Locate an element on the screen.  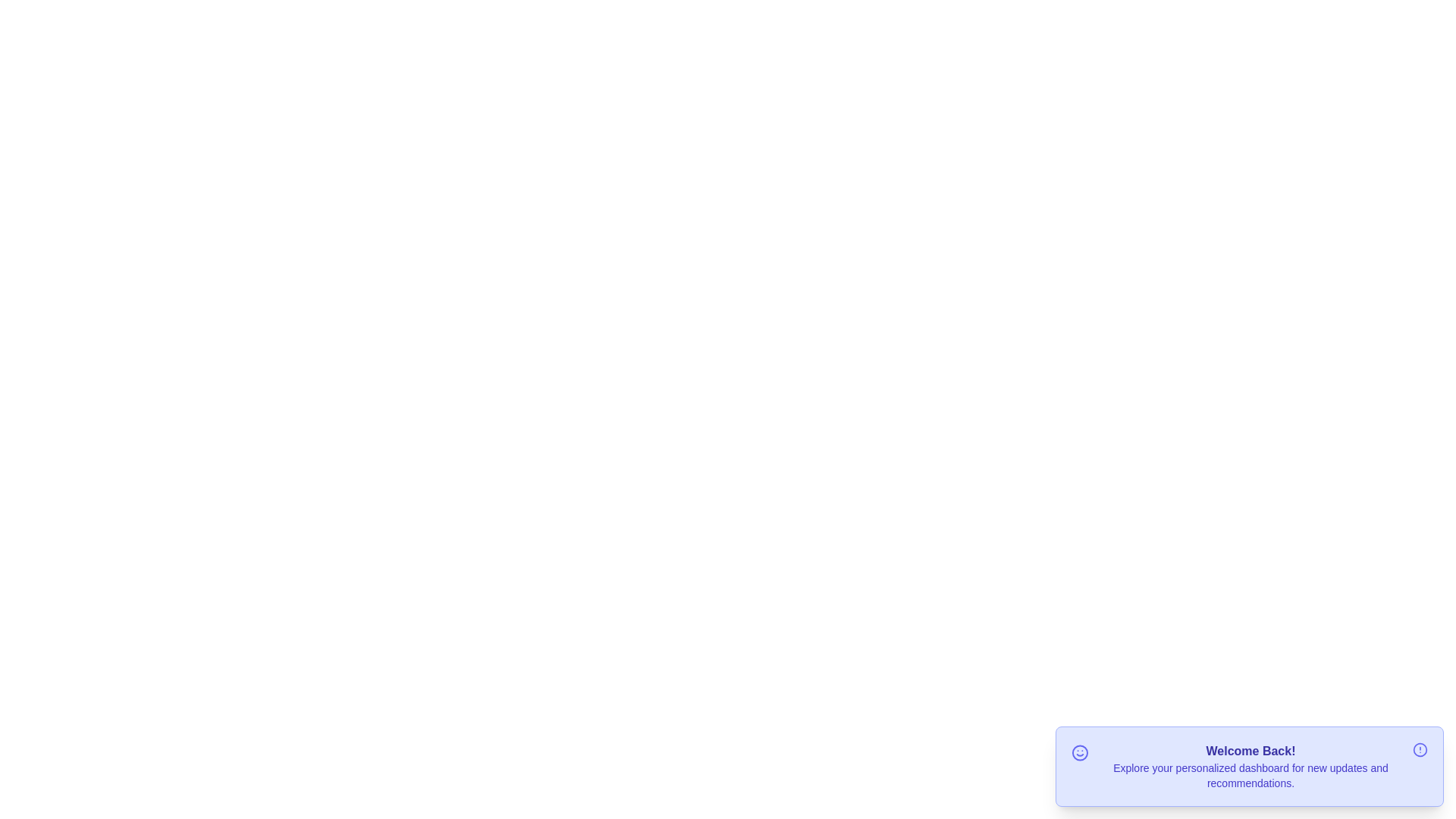
the smile icon in the notification is located at coordinates (1079, 752).